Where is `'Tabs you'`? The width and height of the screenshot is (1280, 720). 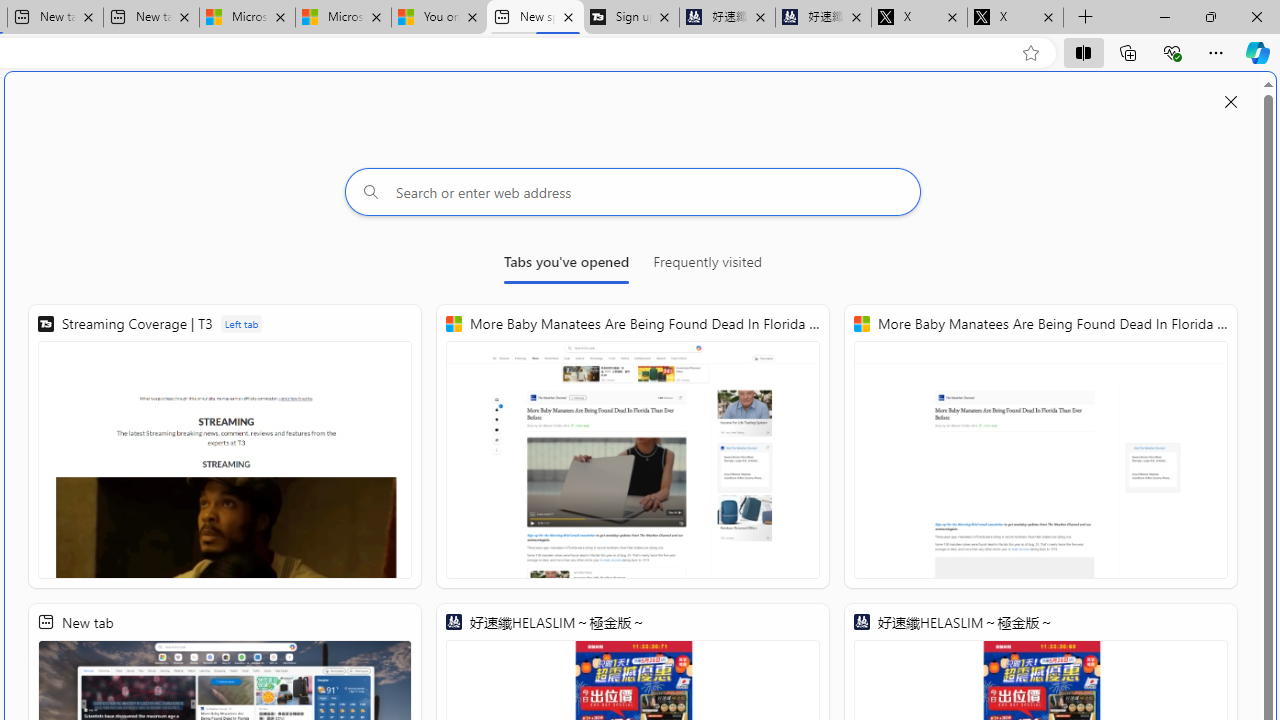
'Tabs you' is located at coordinates (565, 265).